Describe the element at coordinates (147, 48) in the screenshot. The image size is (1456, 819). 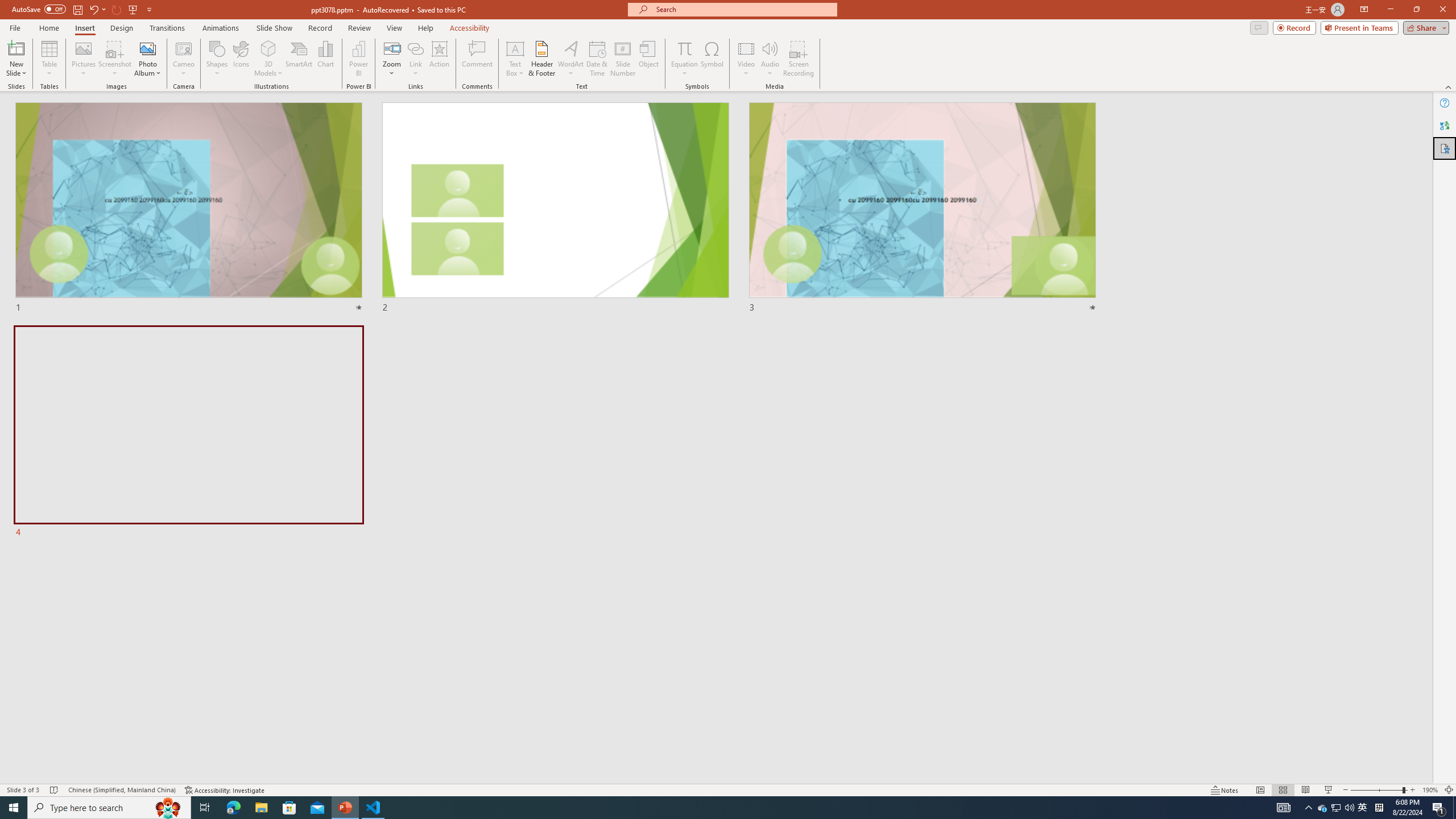
I see `'New Photo Album...'` at that location.